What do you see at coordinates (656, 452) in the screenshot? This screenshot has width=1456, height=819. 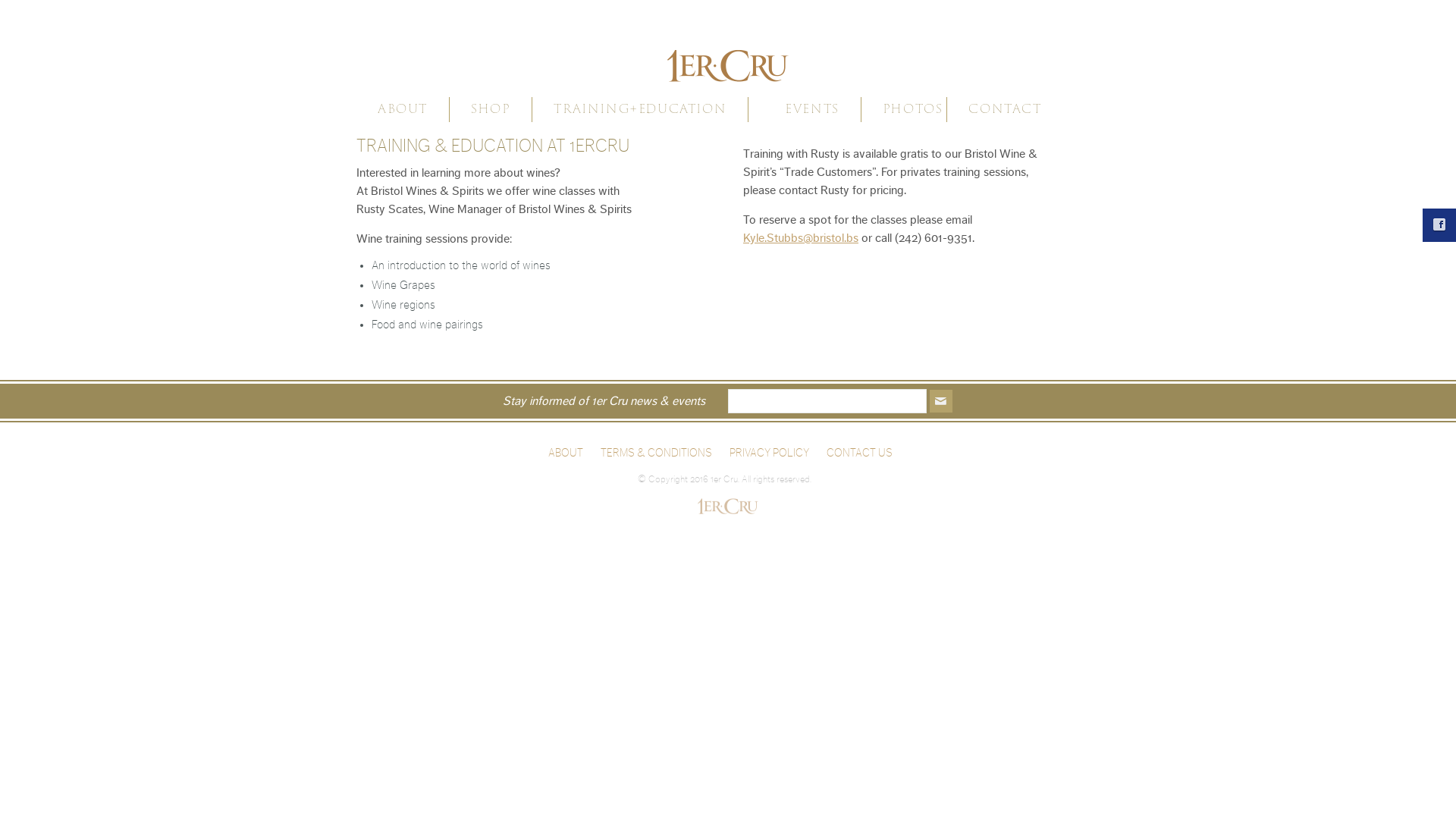 I see `'TERMS & CONDITIONS'` at bounding box center [656, 452].